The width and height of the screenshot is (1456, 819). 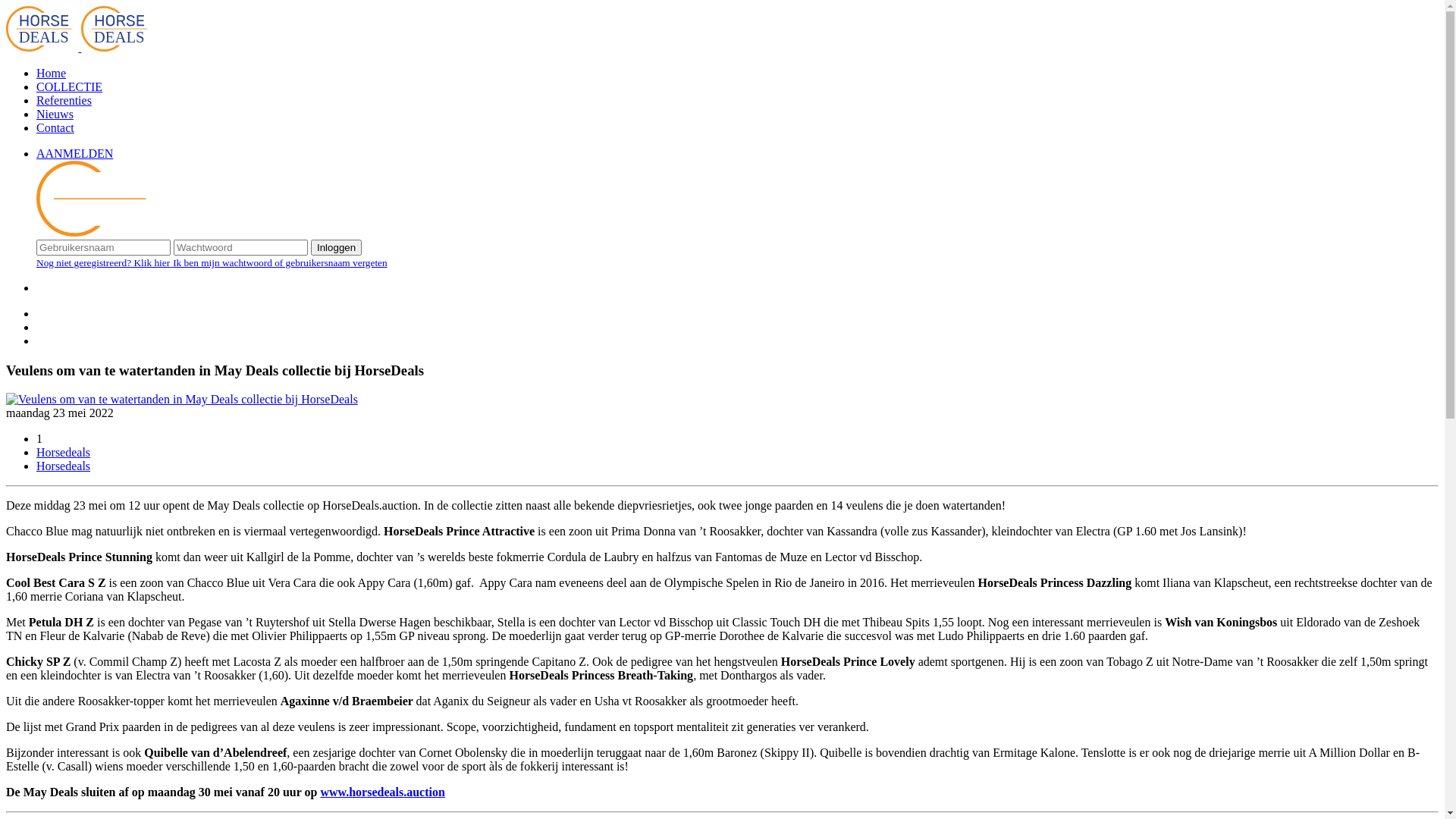 I want to click on 'Horsedeals', so click(x=62, y=451).